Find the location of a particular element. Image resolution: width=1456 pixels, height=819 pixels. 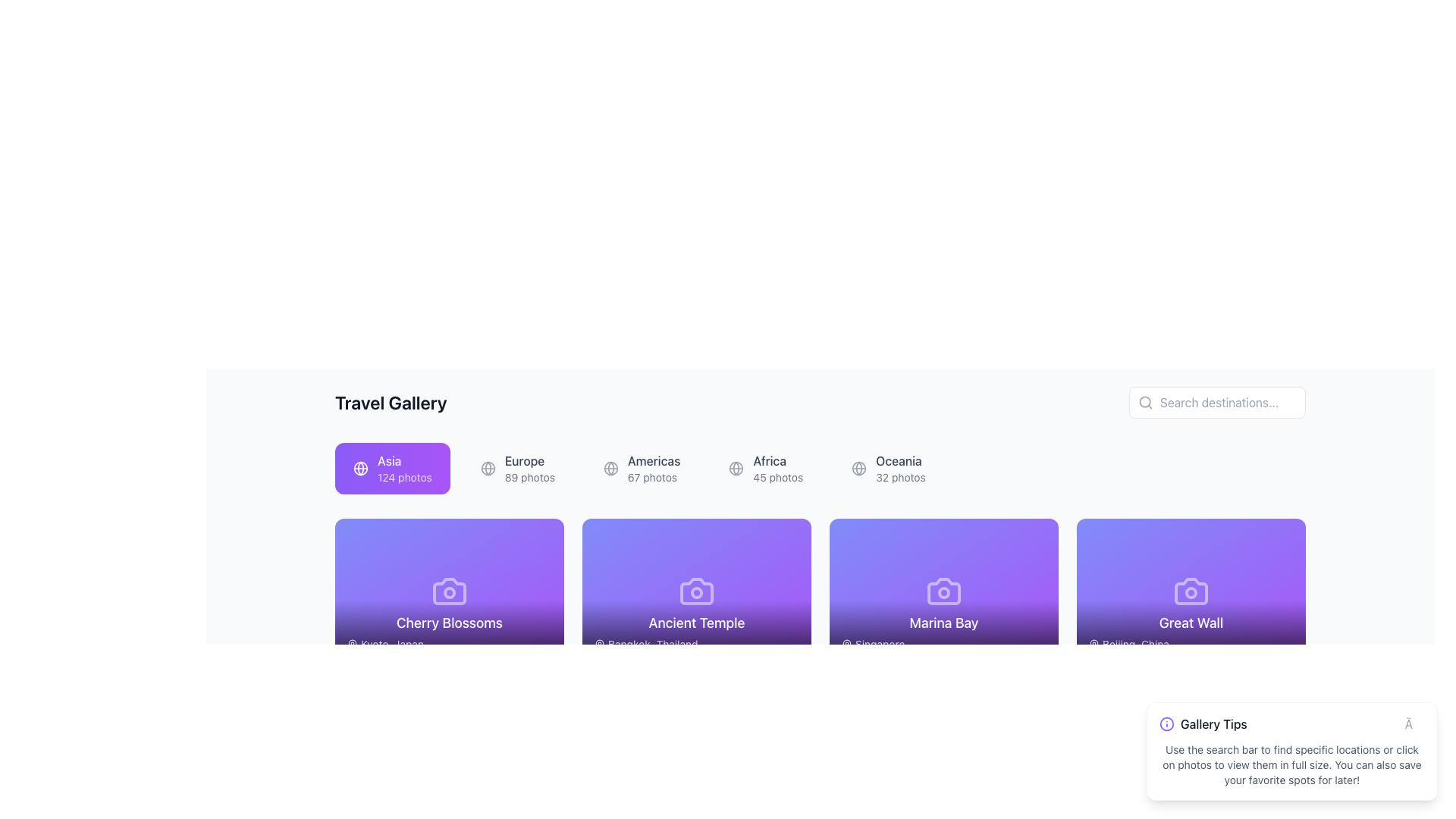

the second line element of the SVG globe icon representing longitude or latitude, located under the 'Europe' section is located at coordinates (488, 467).